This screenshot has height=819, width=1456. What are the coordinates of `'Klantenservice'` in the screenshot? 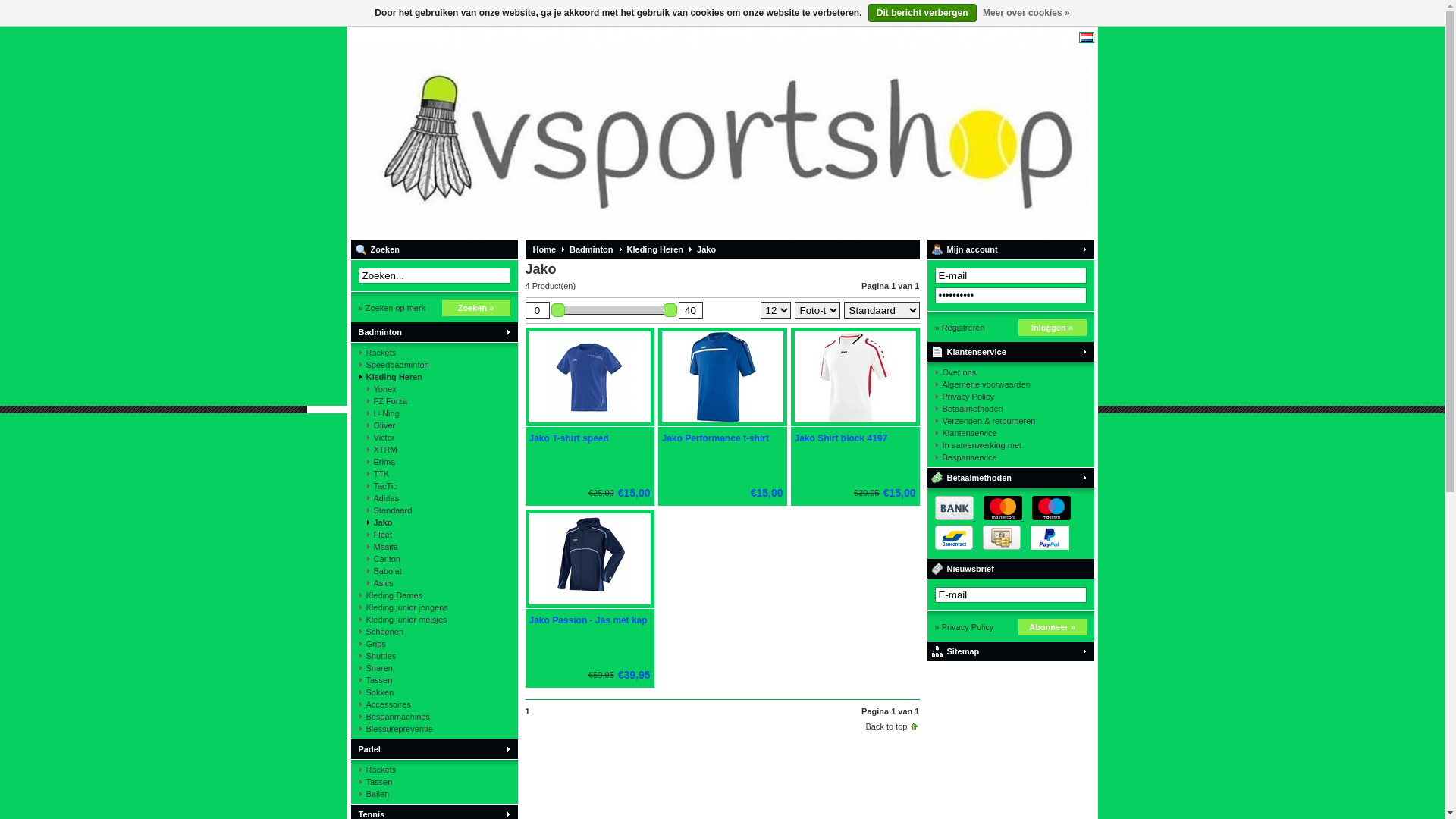 It's located at (1010, 432).